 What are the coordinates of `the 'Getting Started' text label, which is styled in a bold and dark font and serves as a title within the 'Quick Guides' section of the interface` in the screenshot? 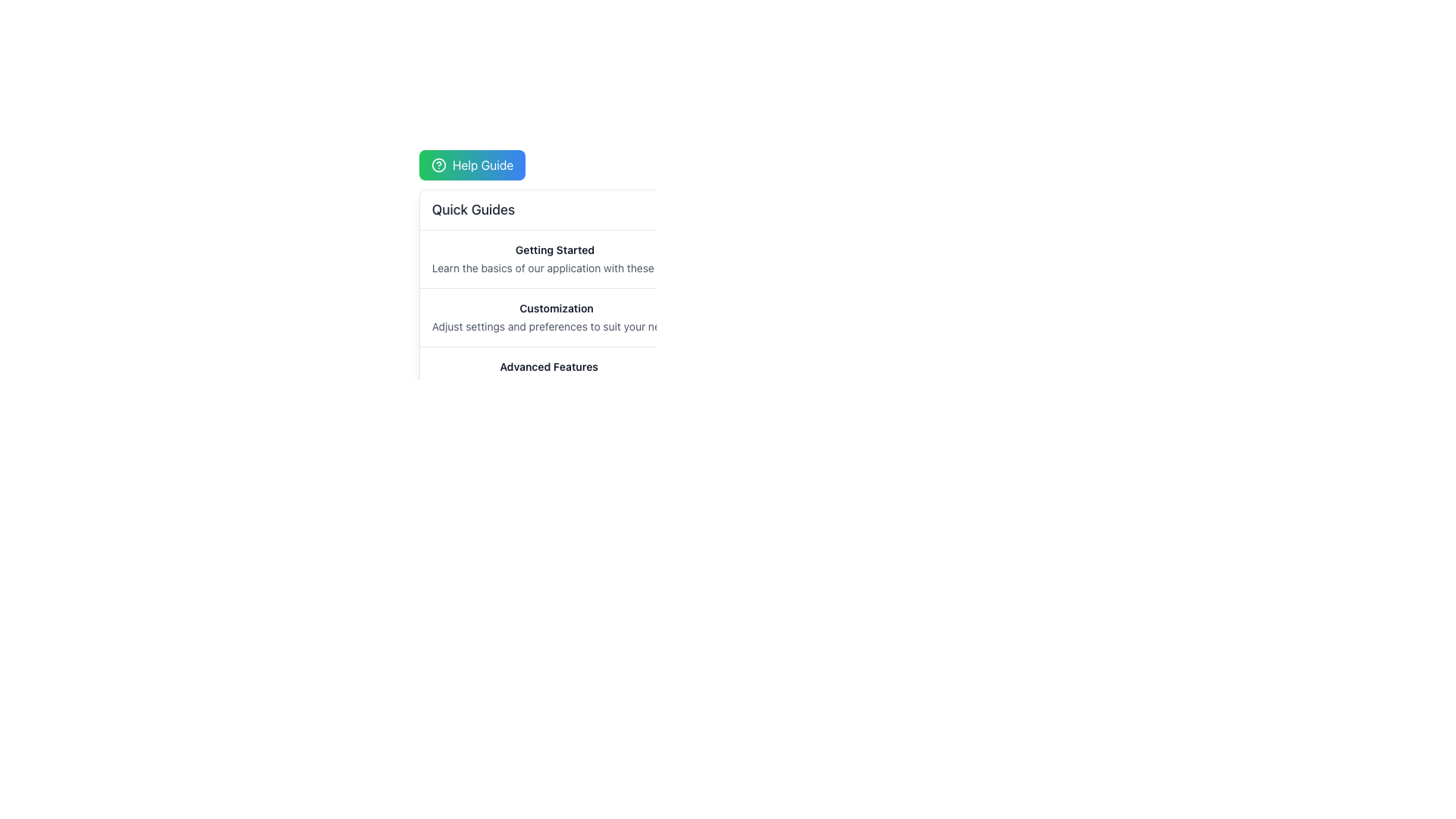 It's located at (554, 249).